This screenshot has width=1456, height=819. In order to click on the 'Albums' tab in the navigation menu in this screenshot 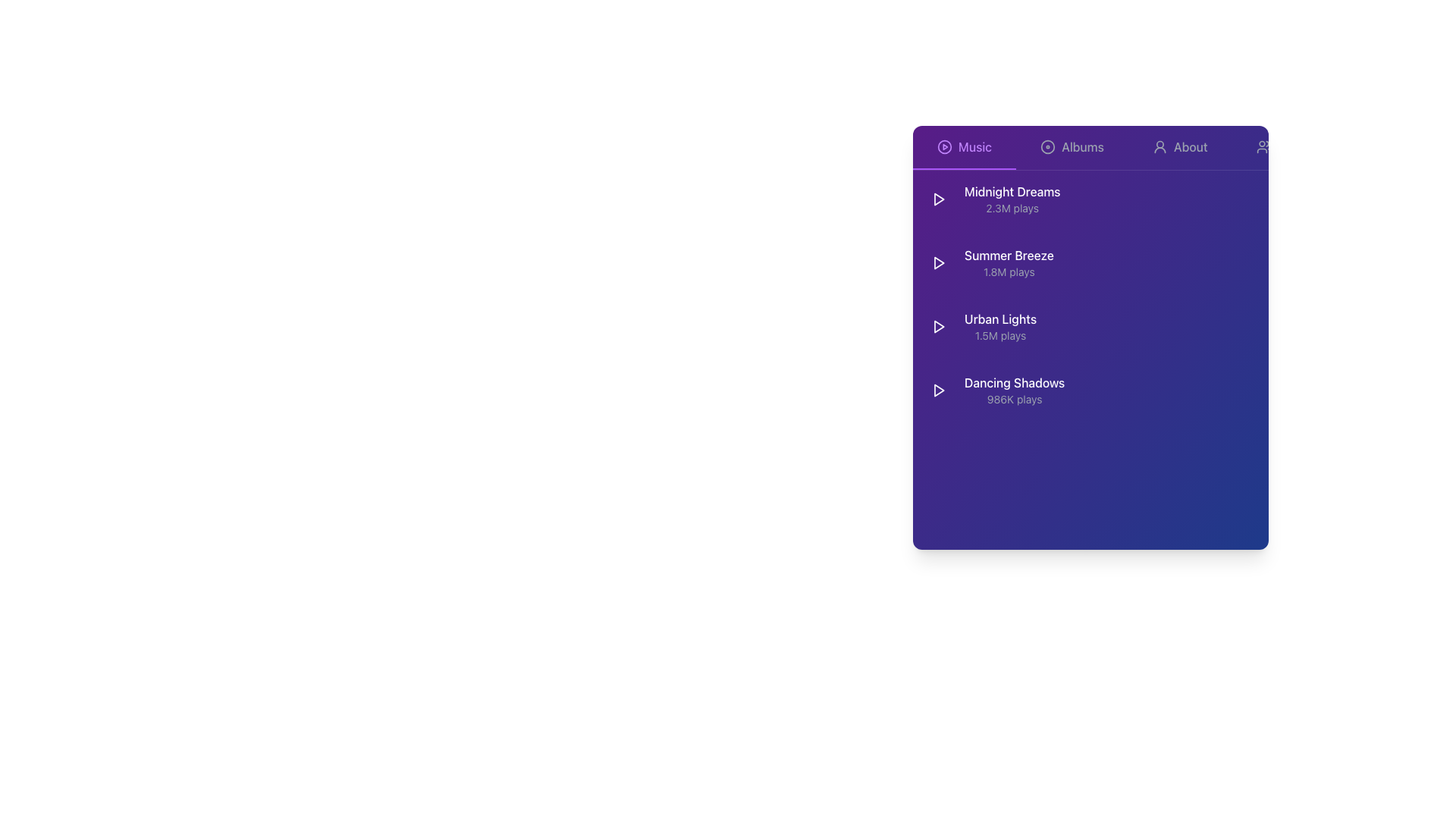, I will do `click(1072, 148)`.